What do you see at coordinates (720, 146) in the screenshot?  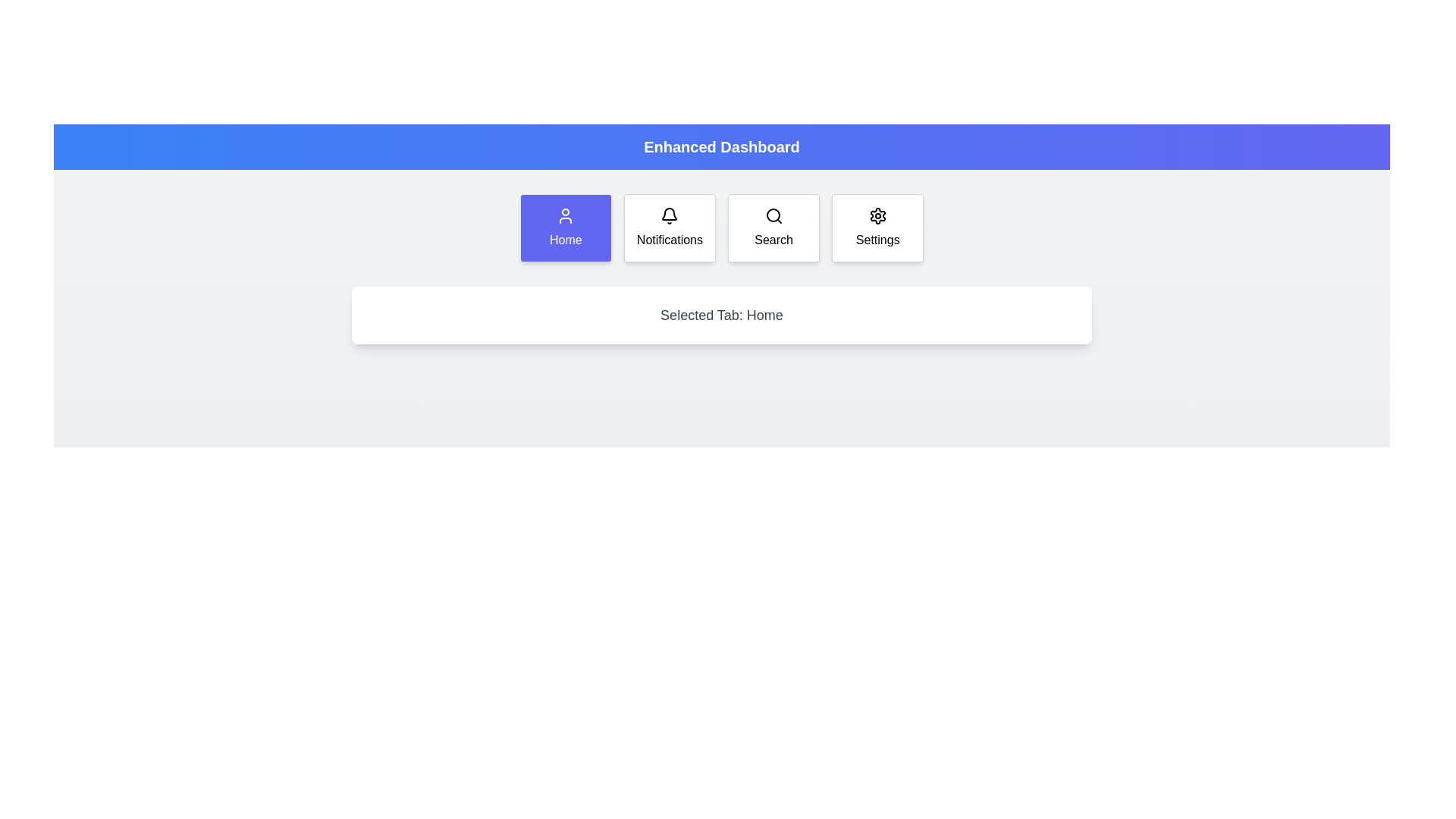 I see `the header bar displaying 'Enhanced Dashboard', which is the branding area at the top of the application` at bounding box center [720, 146].